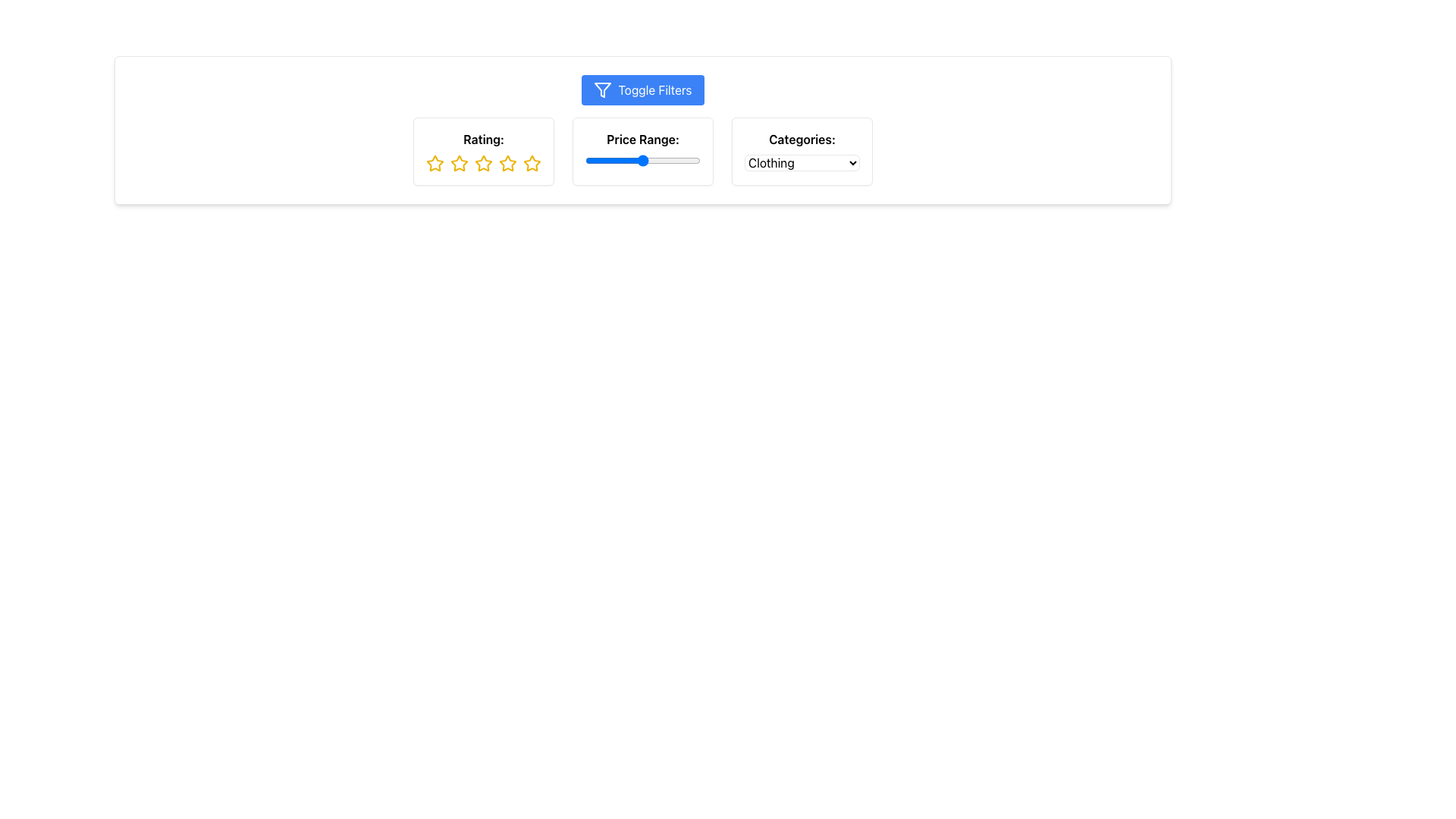 This screenshot has width=1456, height=819. I want to click on the fifth star icon in the rating section, so click(532, 163).